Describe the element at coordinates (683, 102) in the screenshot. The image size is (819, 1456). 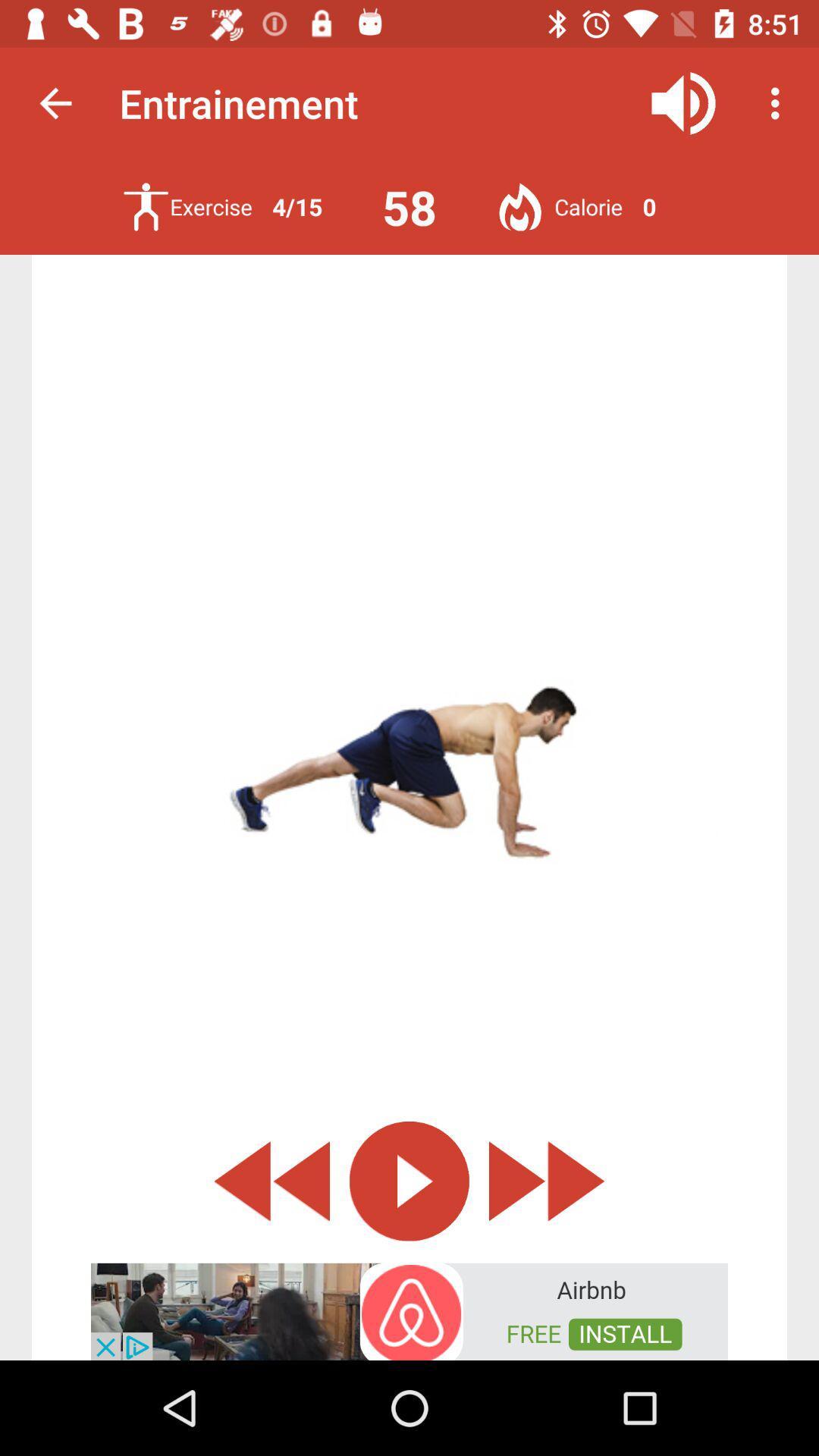
I see `audio button` at that location.